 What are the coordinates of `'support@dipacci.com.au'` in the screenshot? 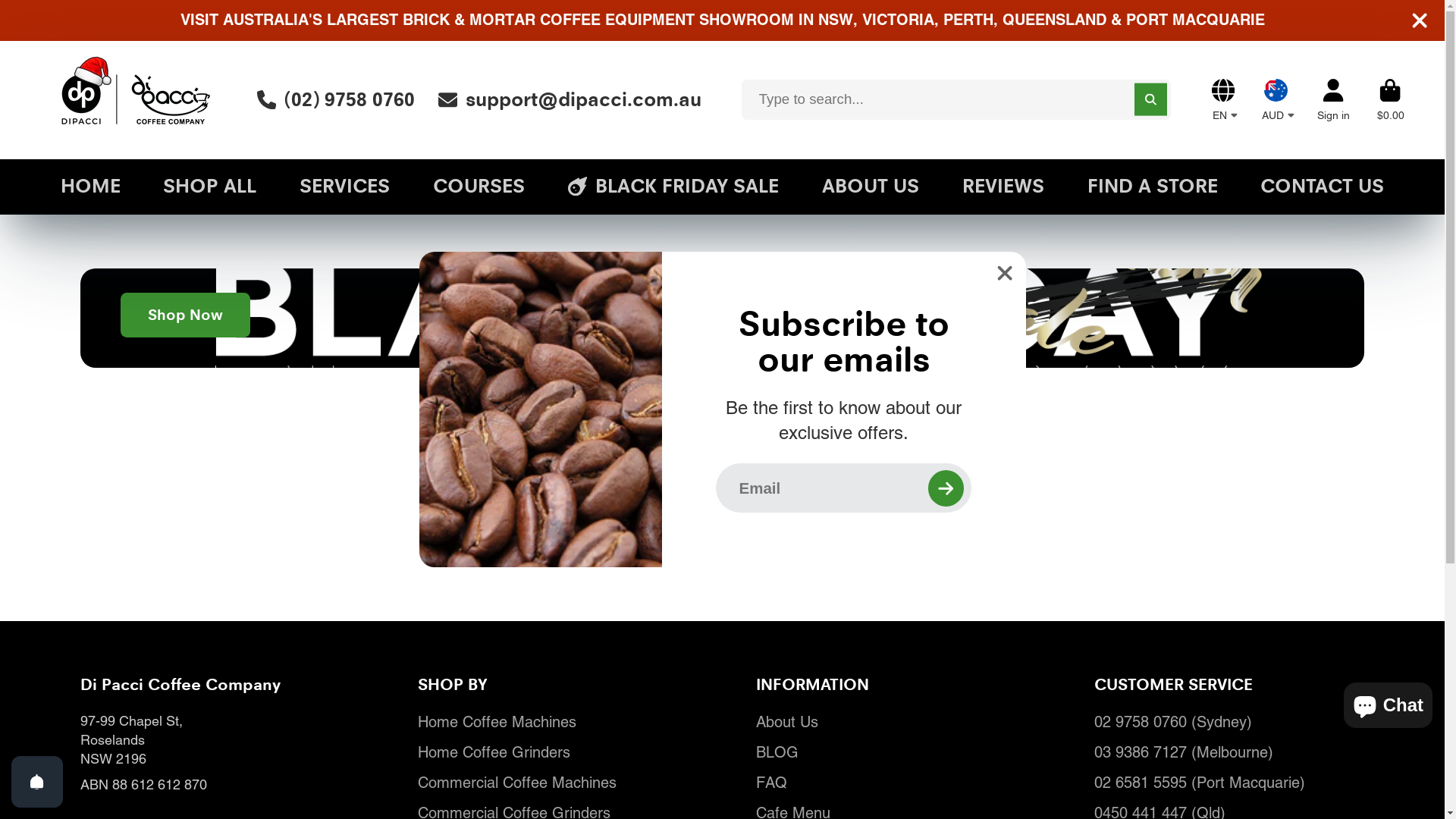 It's located at (569, 99).